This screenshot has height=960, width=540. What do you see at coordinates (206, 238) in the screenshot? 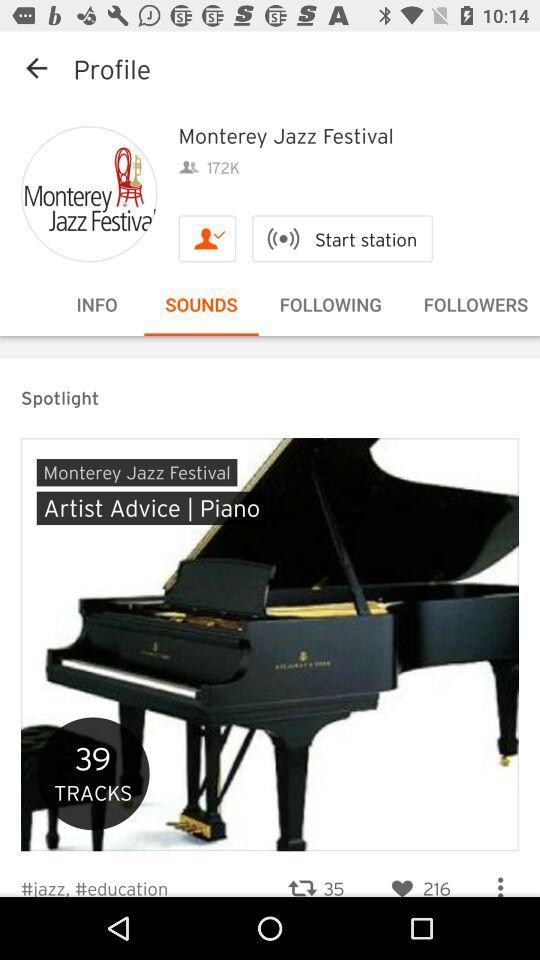
I see `icon below the 172k icon` at bounding box center [206, 238].